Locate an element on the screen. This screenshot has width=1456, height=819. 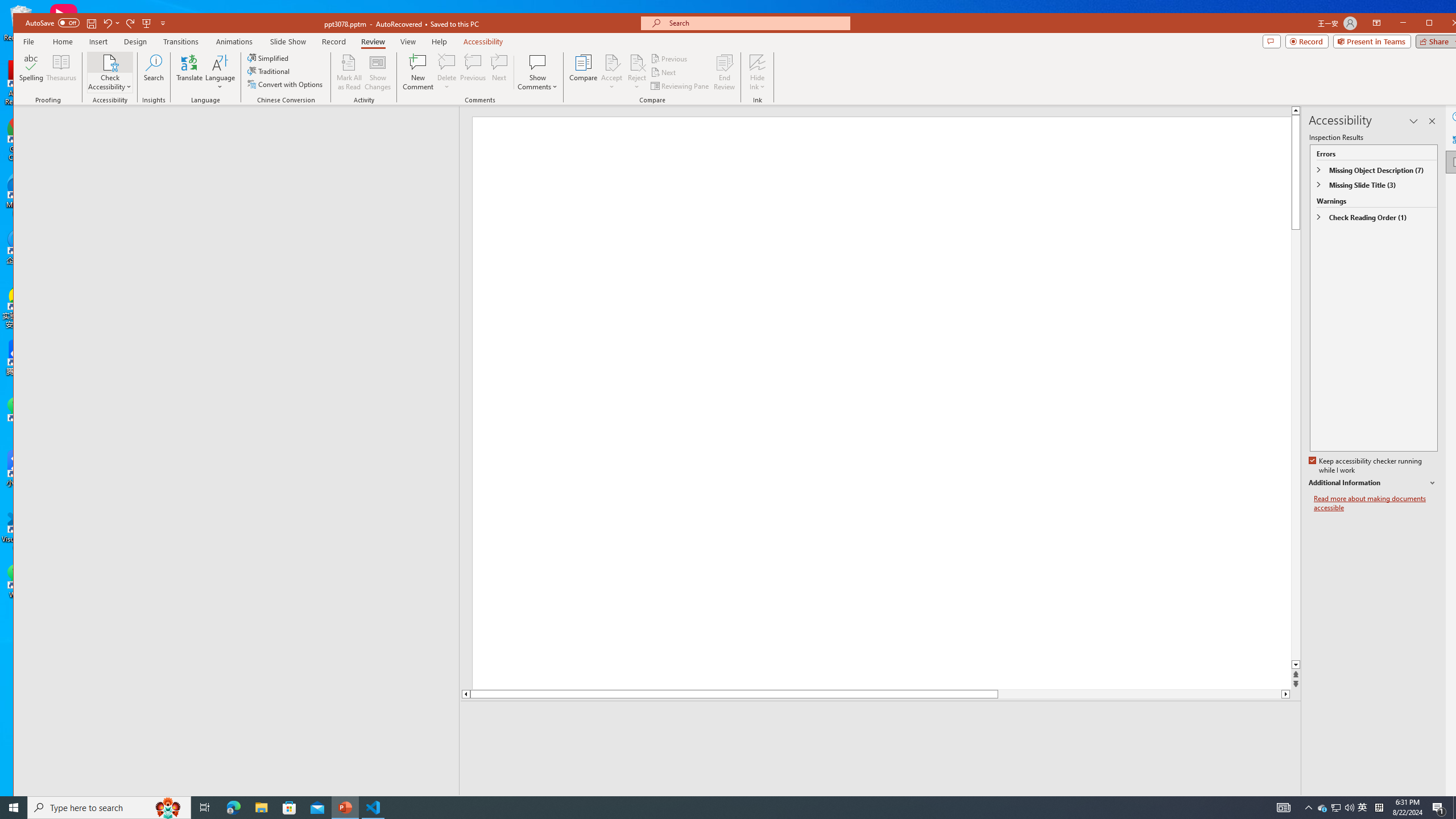
'Traditional' is located at coordinates (269, 71).